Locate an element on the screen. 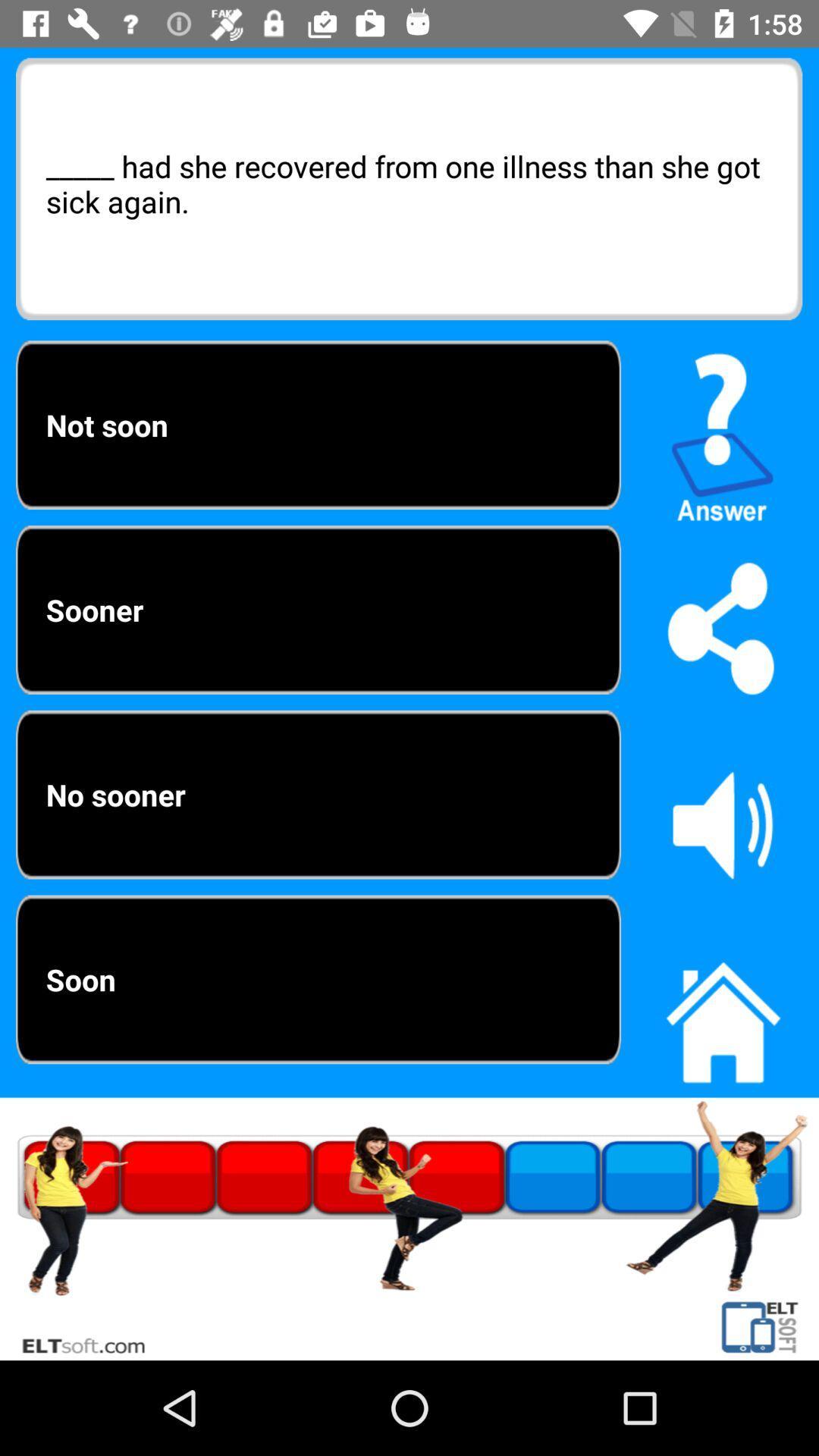 The image size is (819, 1456). volume control is located at coordinates (722, 824).